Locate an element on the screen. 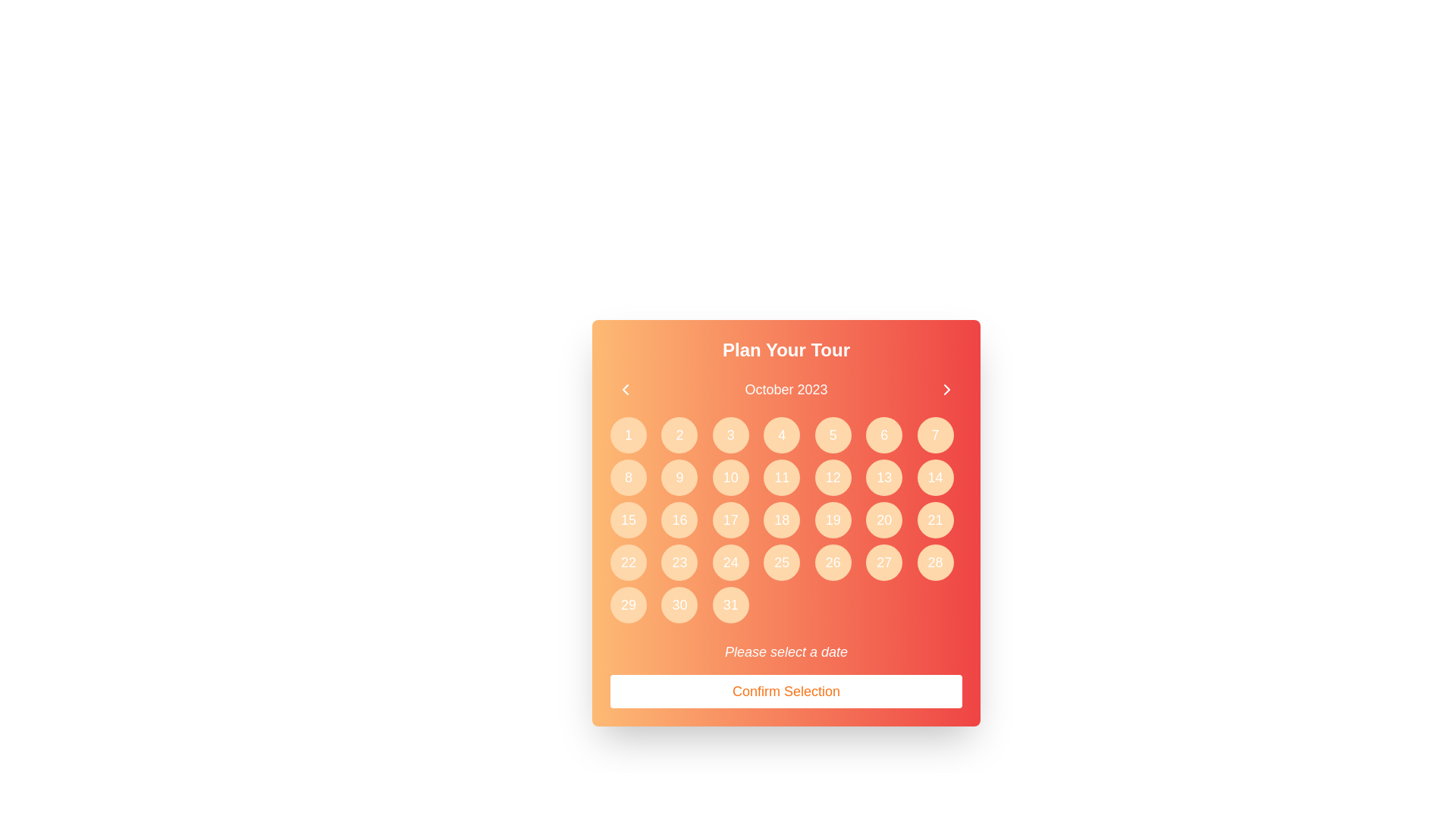 This screenshot has width=1456, height=819. the button representing the 19th day in the calendar view is located at coordinates (832, 519).